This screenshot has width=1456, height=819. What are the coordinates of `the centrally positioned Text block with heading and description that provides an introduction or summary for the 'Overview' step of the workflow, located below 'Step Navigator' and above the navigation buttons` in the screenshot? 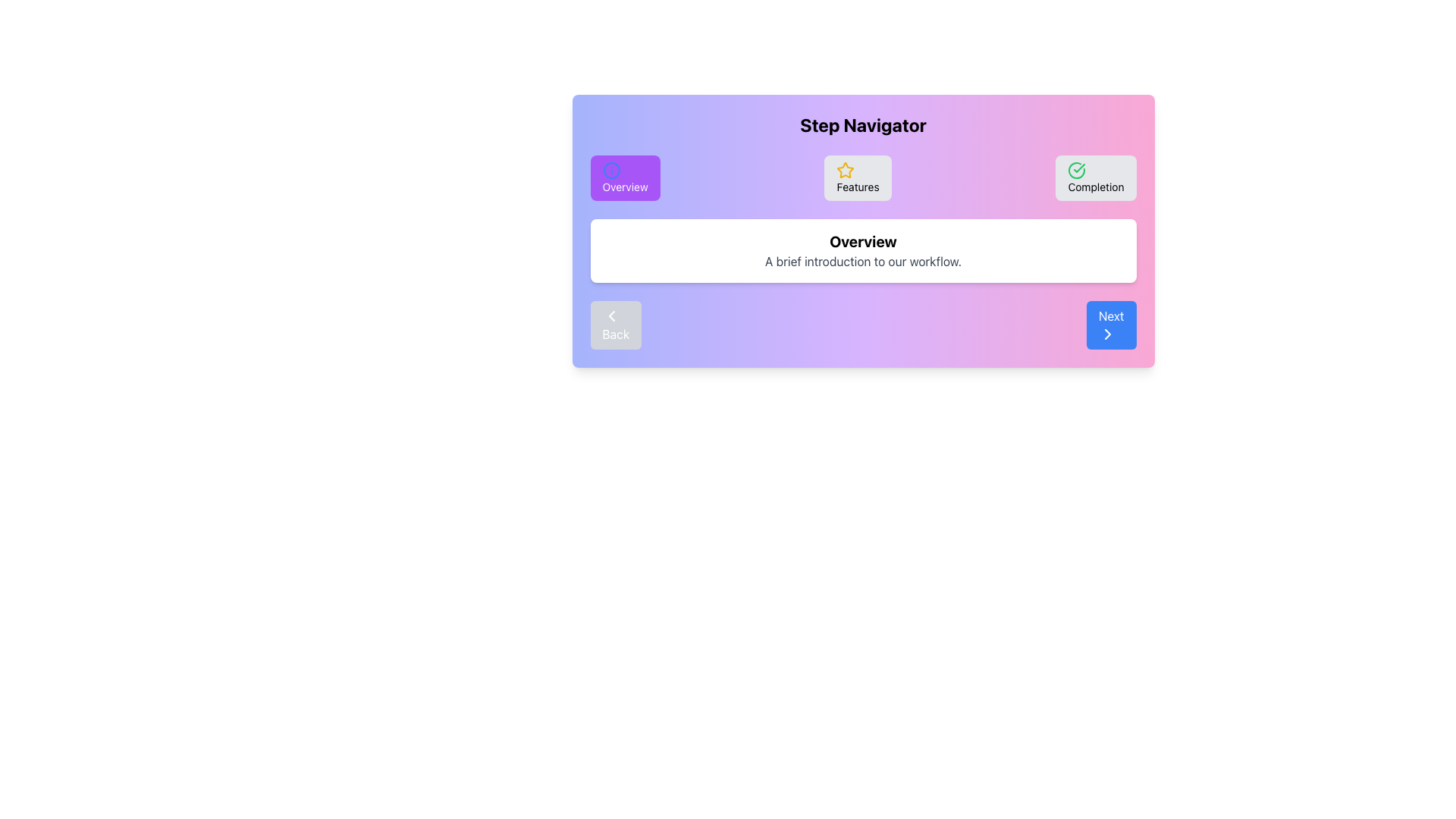 It's located at (863, 250).